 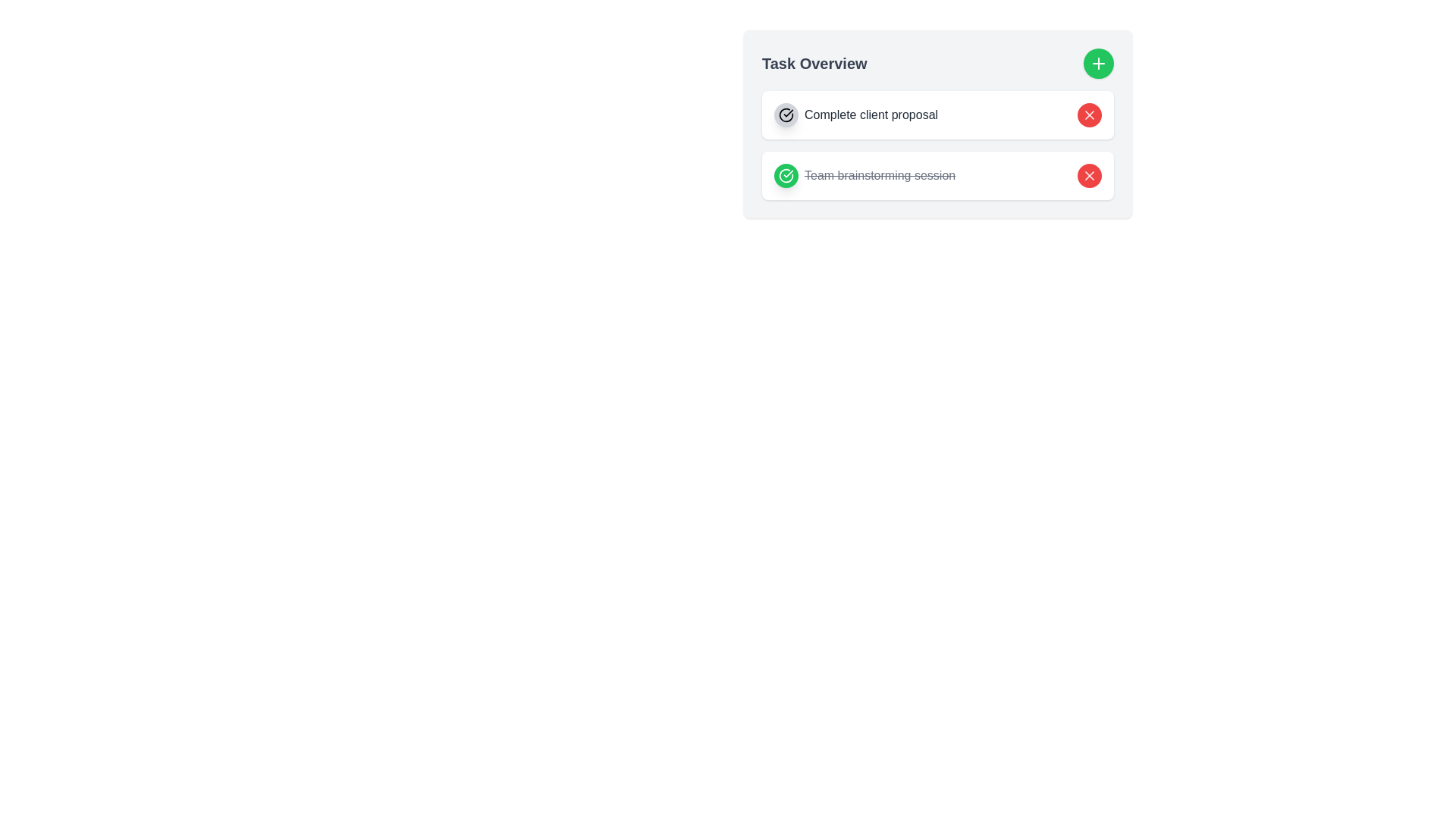 What do you see at coordinates (1088, 174) in the screenshot?
I see `the delete button associated with the task labeled 'Team brainstorming session' located on the far right side of the second task row in the 'Task Overview' section` at bounding box center [1088, 174].